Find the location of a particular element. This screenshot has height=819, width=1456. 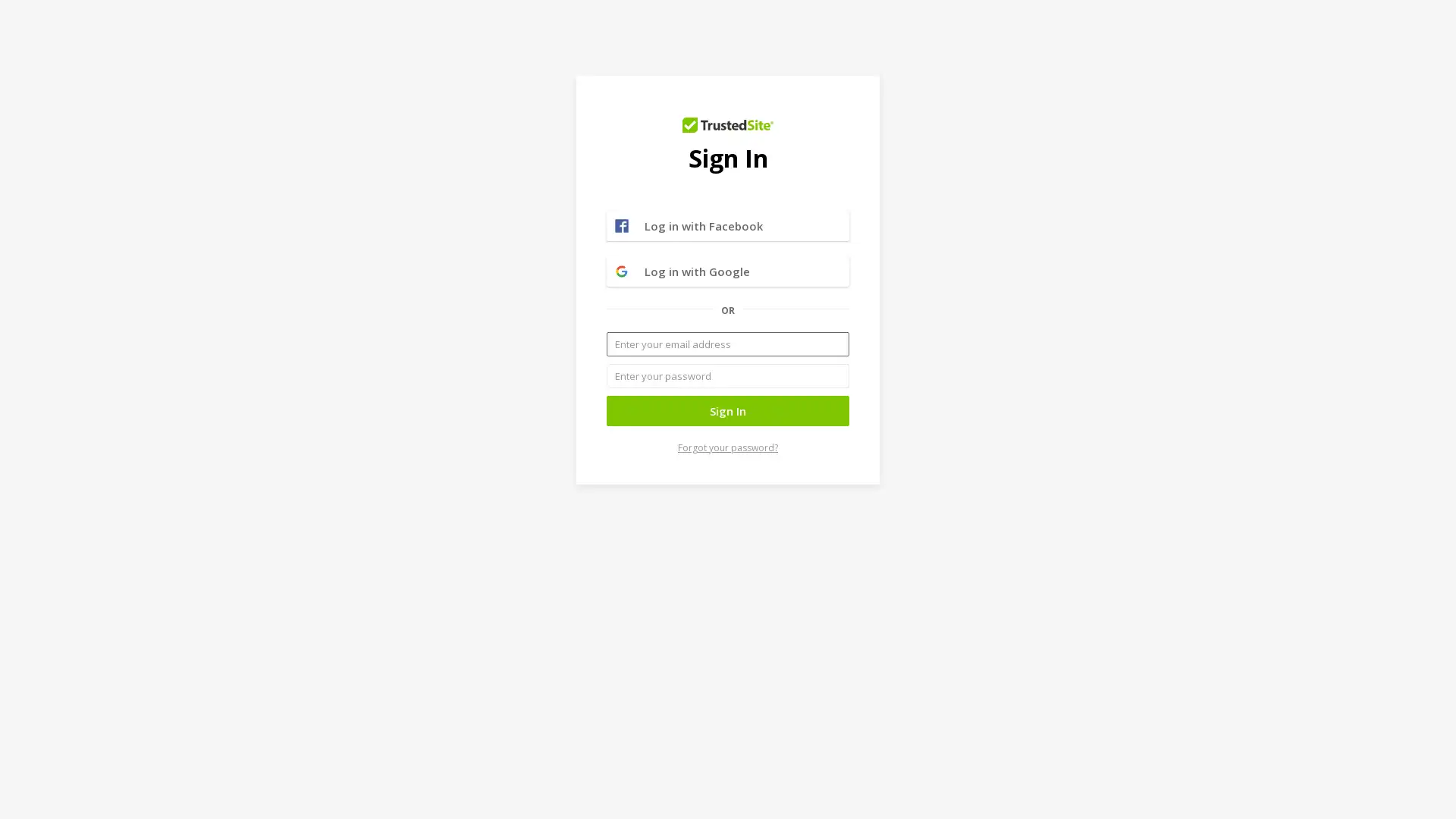

Sign In is located at coordinates (728, 411).